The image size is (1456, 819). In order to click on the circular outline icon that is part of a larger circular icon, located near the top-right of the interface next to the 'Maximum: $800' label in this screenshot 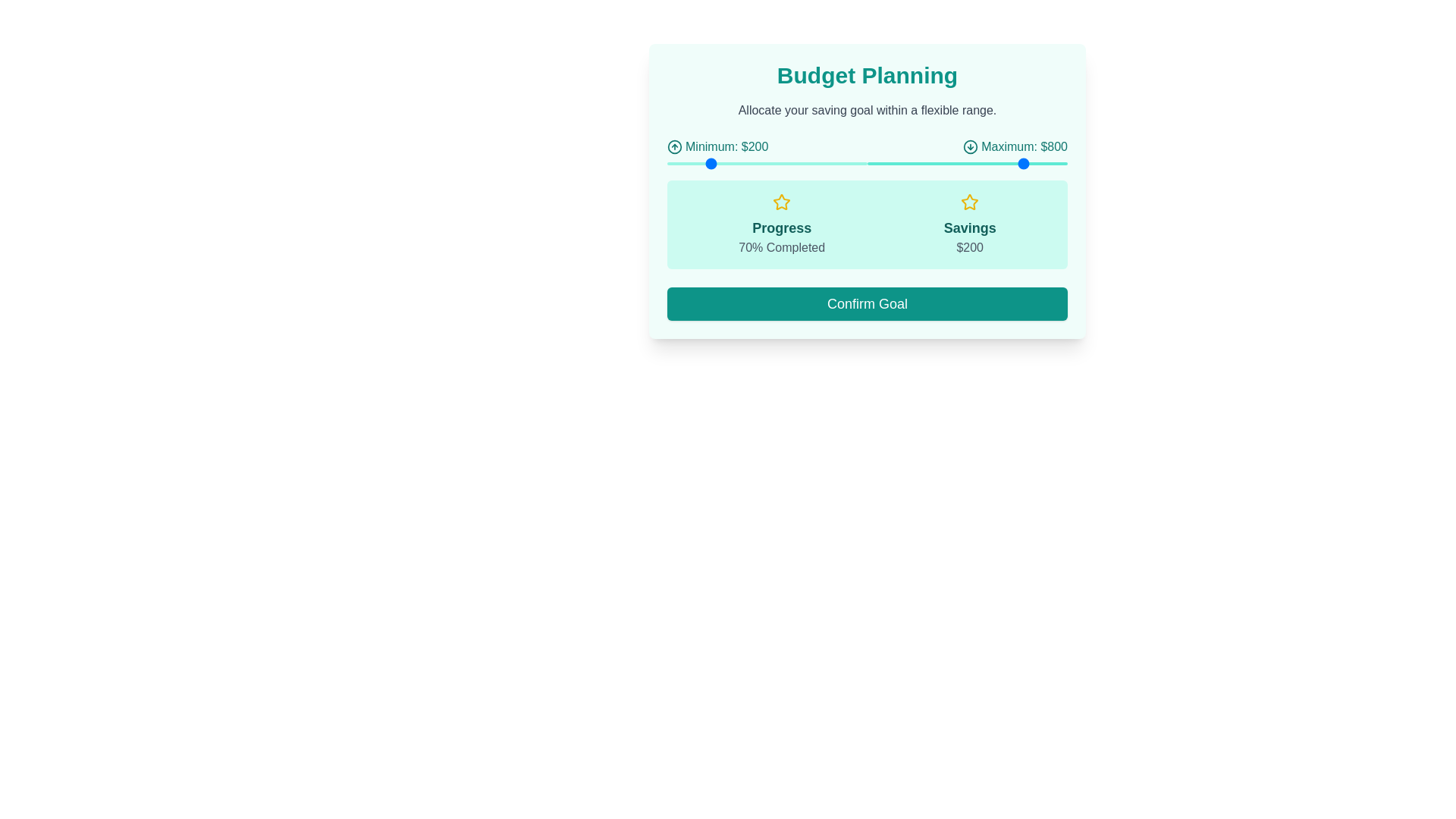, I will do `click(971, 146)`.